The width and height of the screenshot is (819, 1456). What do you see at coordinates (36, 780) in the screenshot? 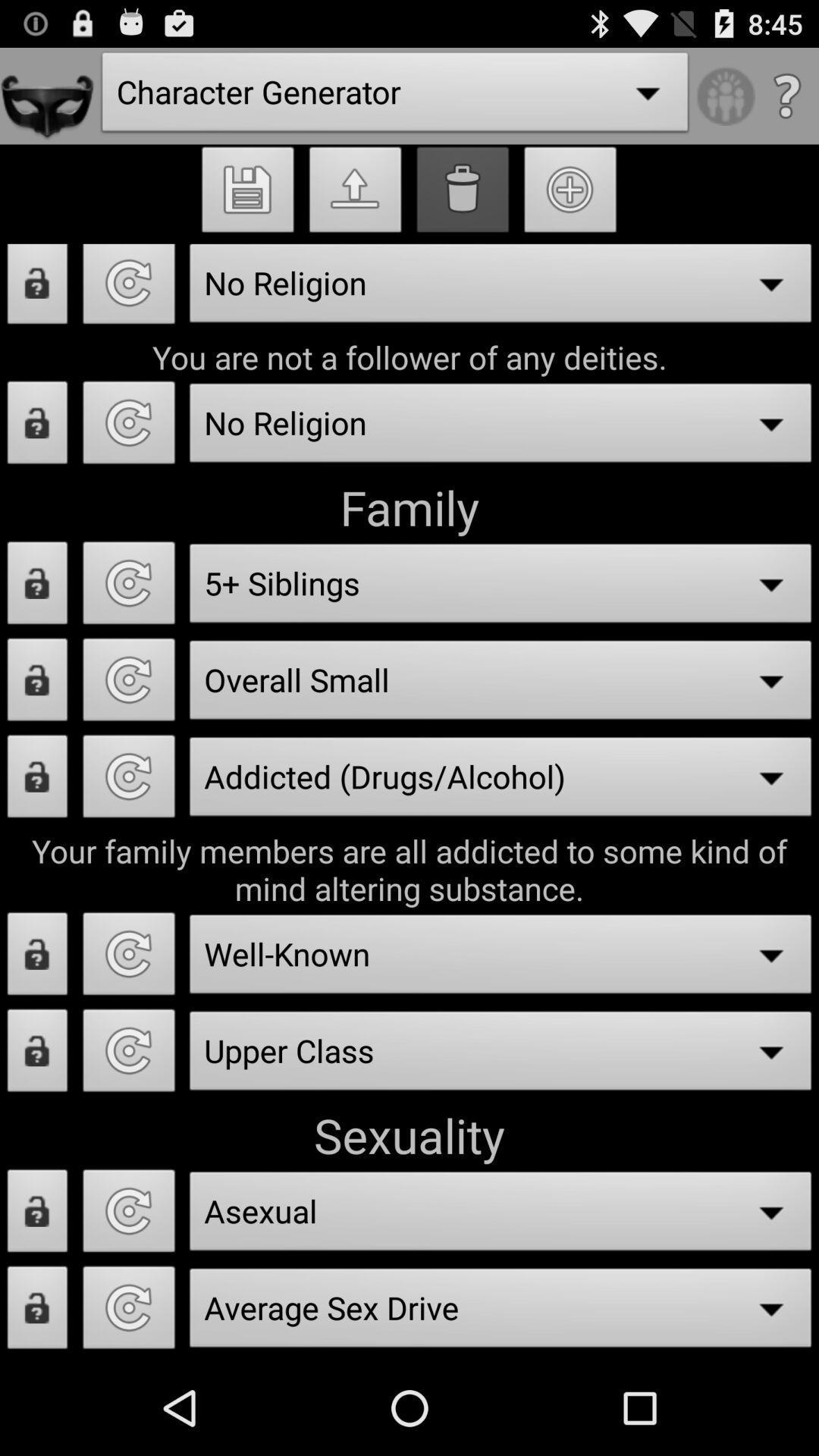
I see `lock option` at bounding box center [36, 780].